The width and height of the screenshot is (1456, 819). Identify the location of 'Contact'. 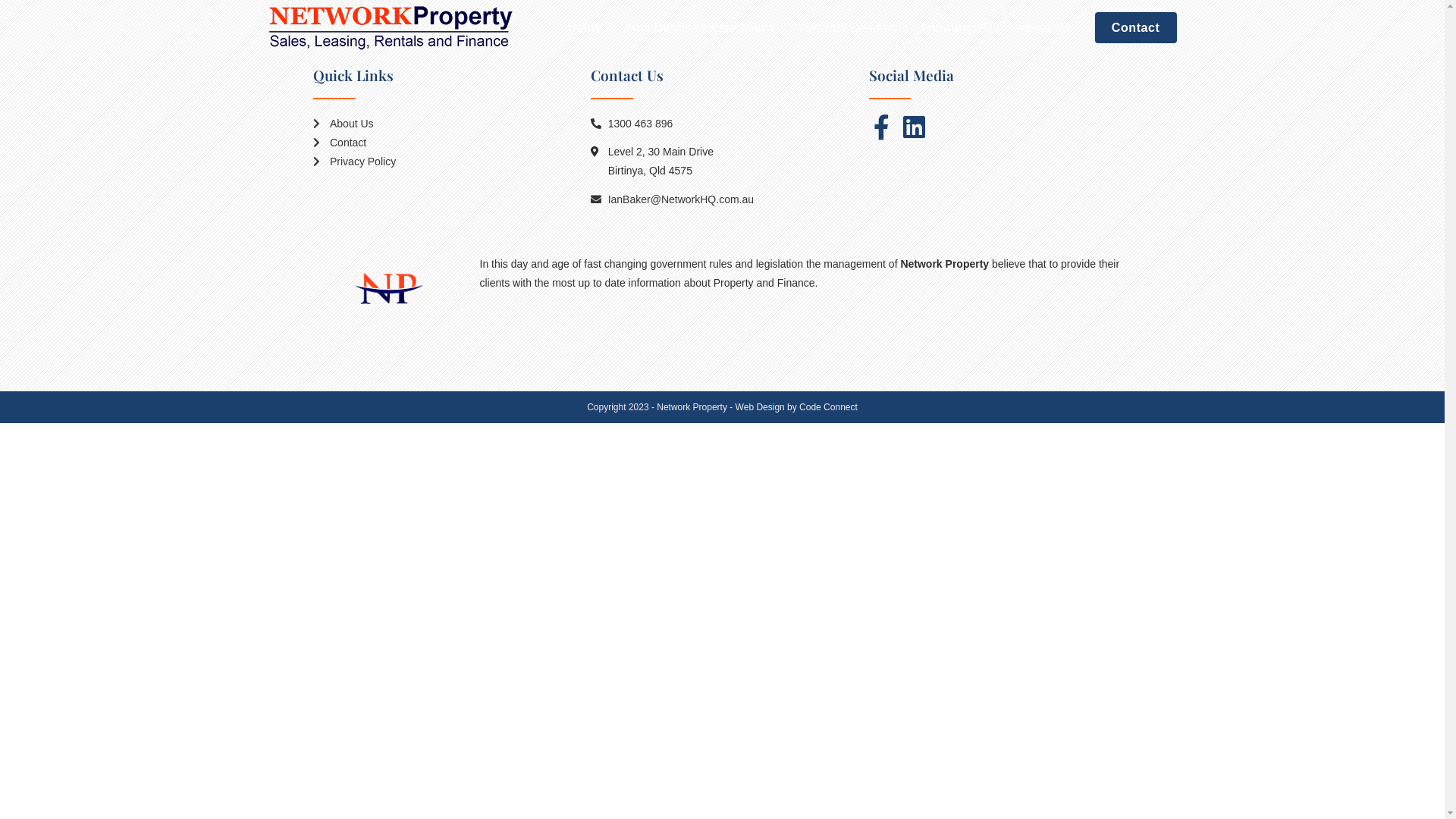
(1135, 28).